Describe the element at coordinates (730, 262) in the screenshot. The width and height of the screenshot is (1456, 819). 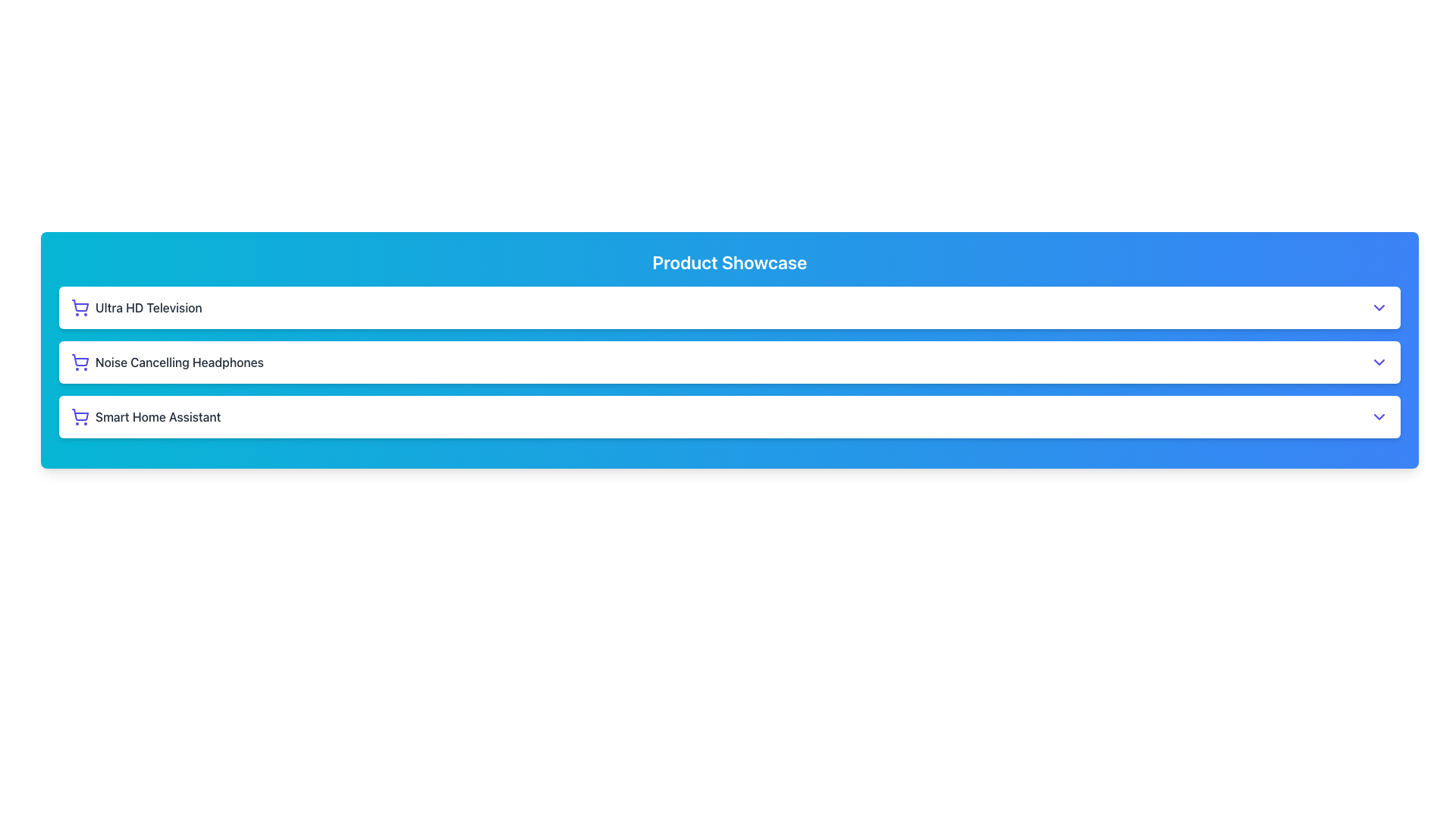
I see `the title-style text label reading 'Product Showcase' displayed prominently at the top of the gradient blue background section` at that location.